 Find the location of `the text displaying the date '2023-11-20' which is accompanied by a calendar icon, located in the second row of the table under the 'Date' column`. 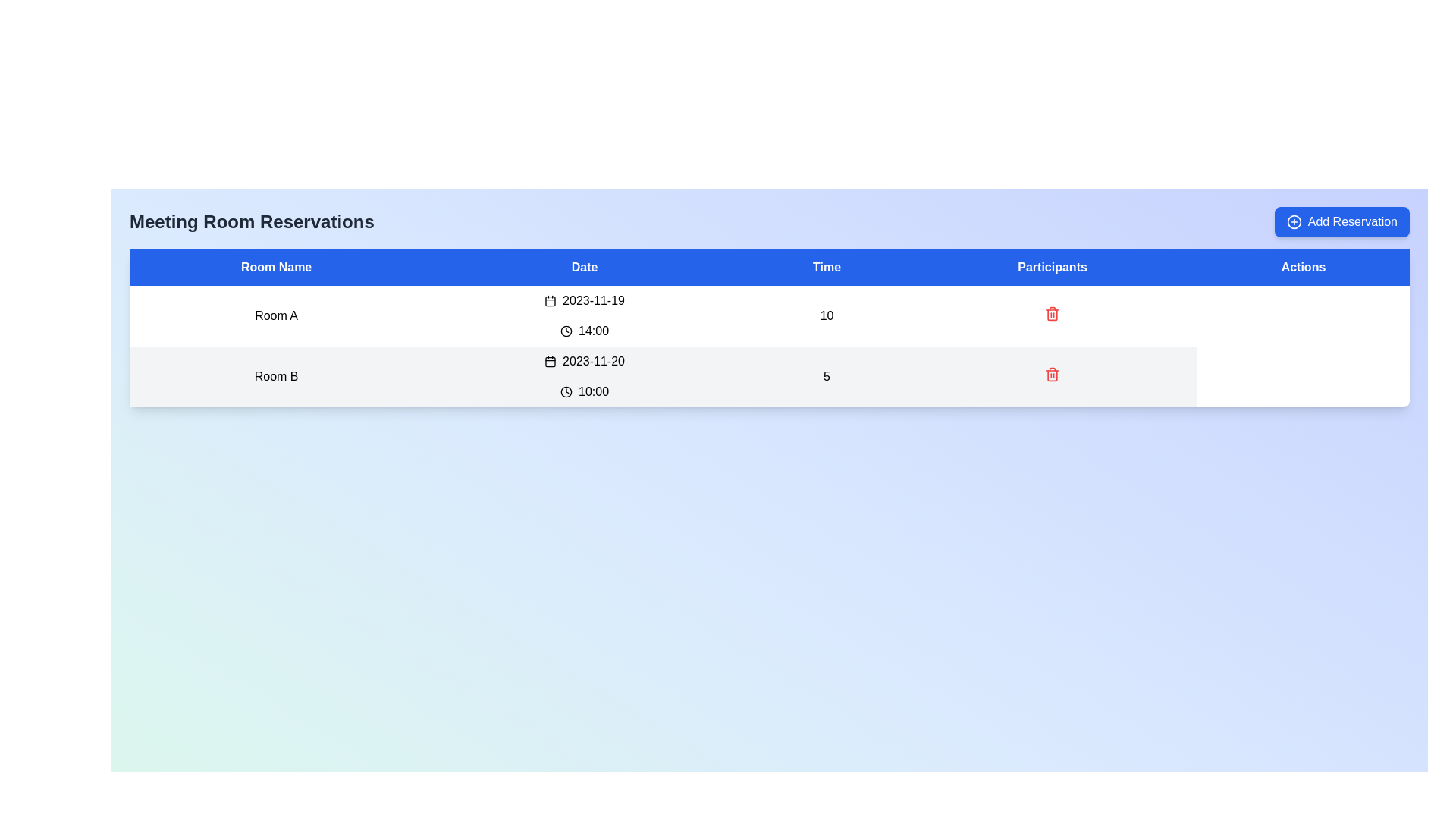

the text displaying the date '2023-11-20' which is accompanied by a calendar icon, located in the second row of the table under the 'Date' column is located at coordinates (584, 362).